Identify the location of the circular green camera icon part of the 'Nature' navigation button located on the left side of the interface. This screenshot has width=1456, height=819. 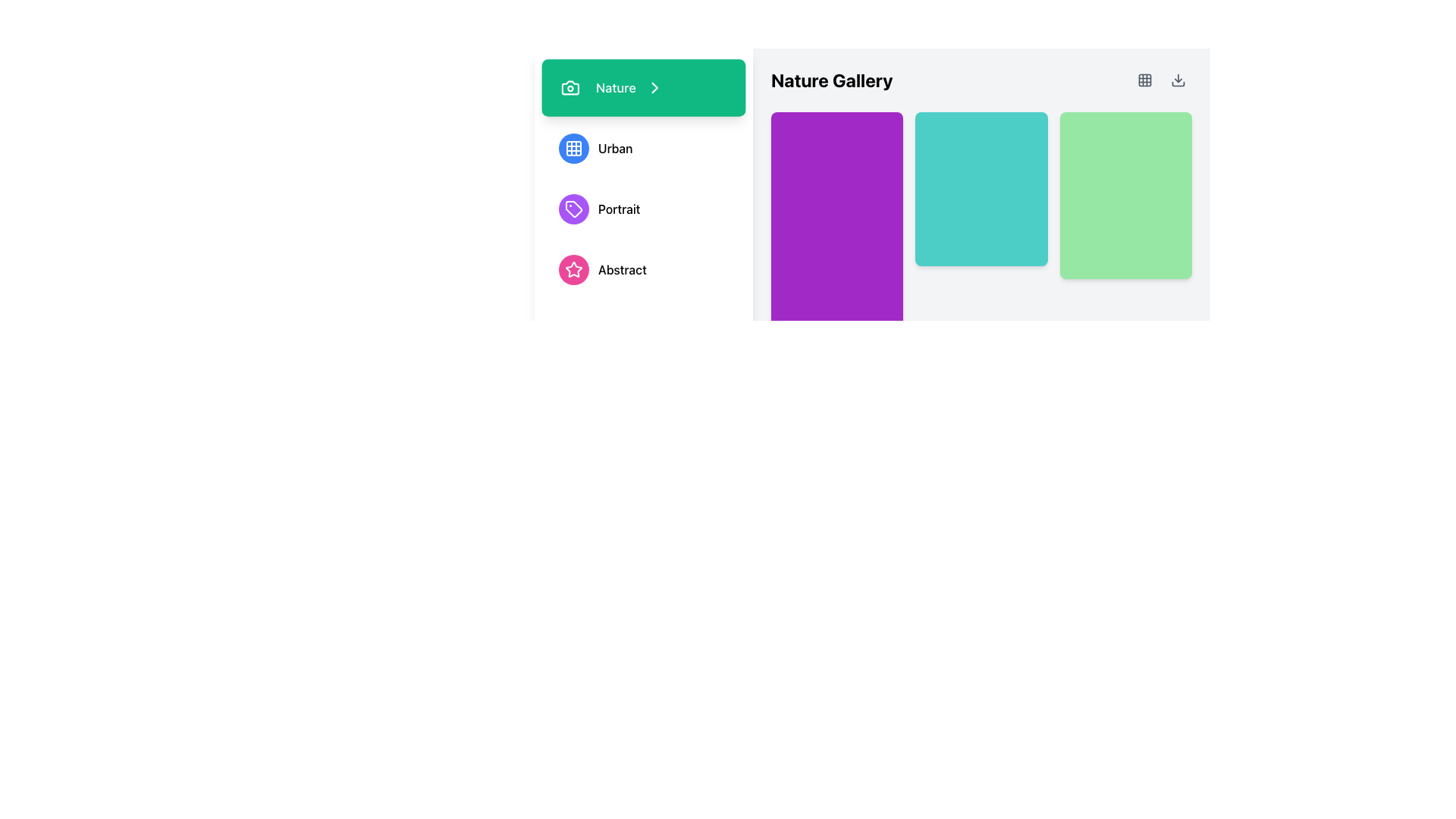
(570, 87).